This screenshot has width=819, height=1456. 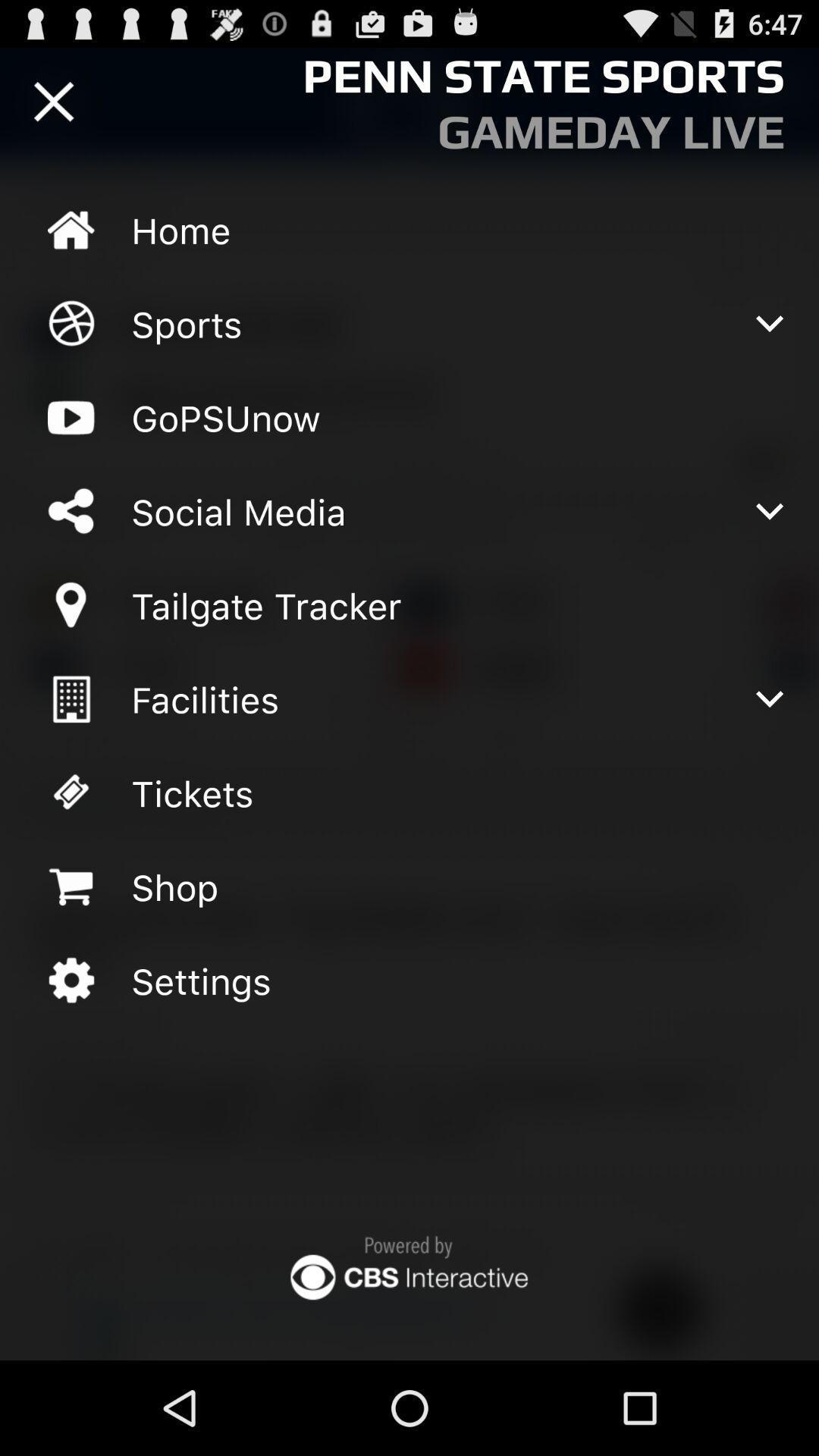 What do you see at coordinates (53, 108) in the screenshot?
I see `the close icon` at bounding box center [53, 108].